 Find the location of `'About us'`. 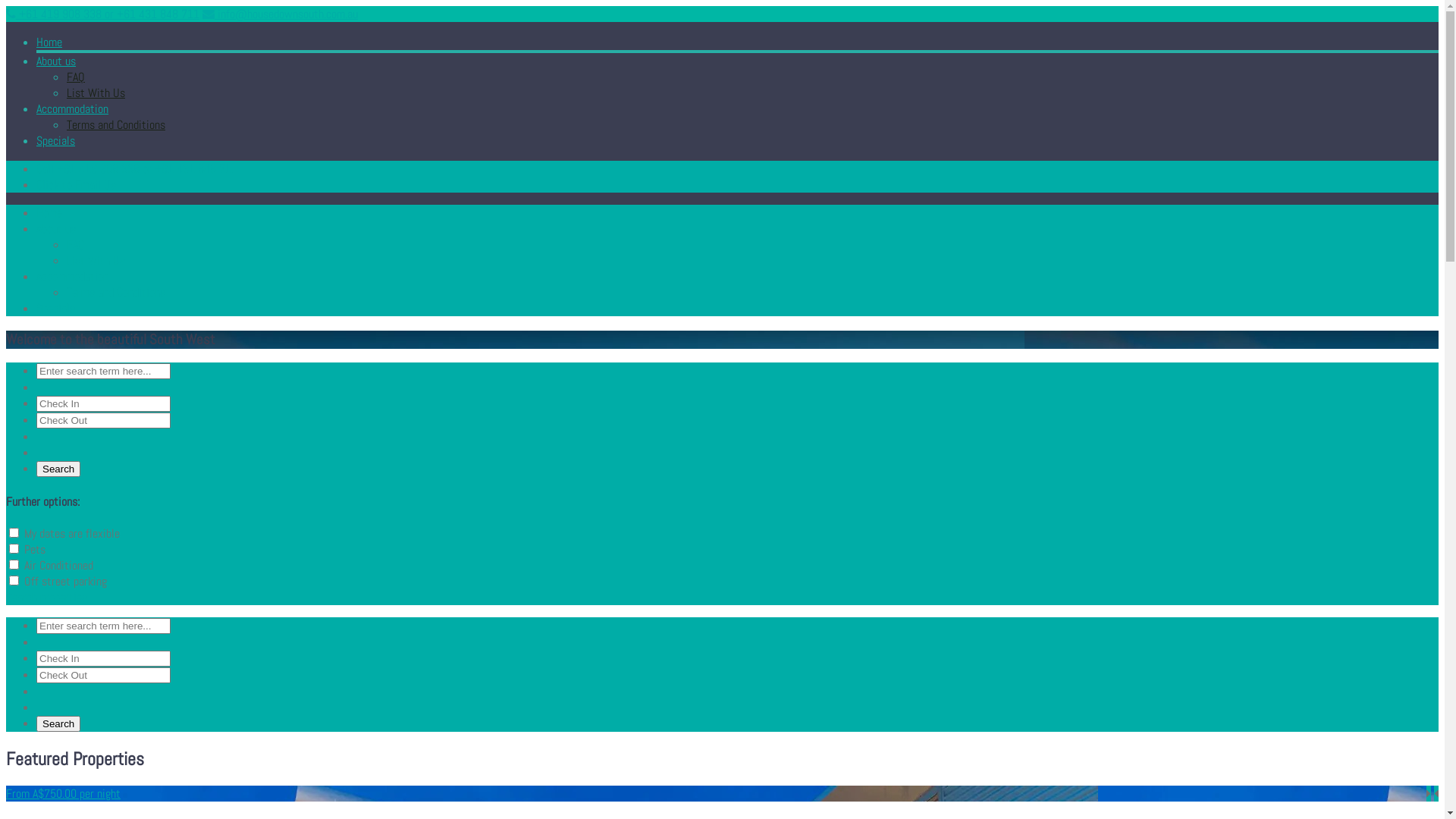

'About us' is located at coordinates (55, 60).